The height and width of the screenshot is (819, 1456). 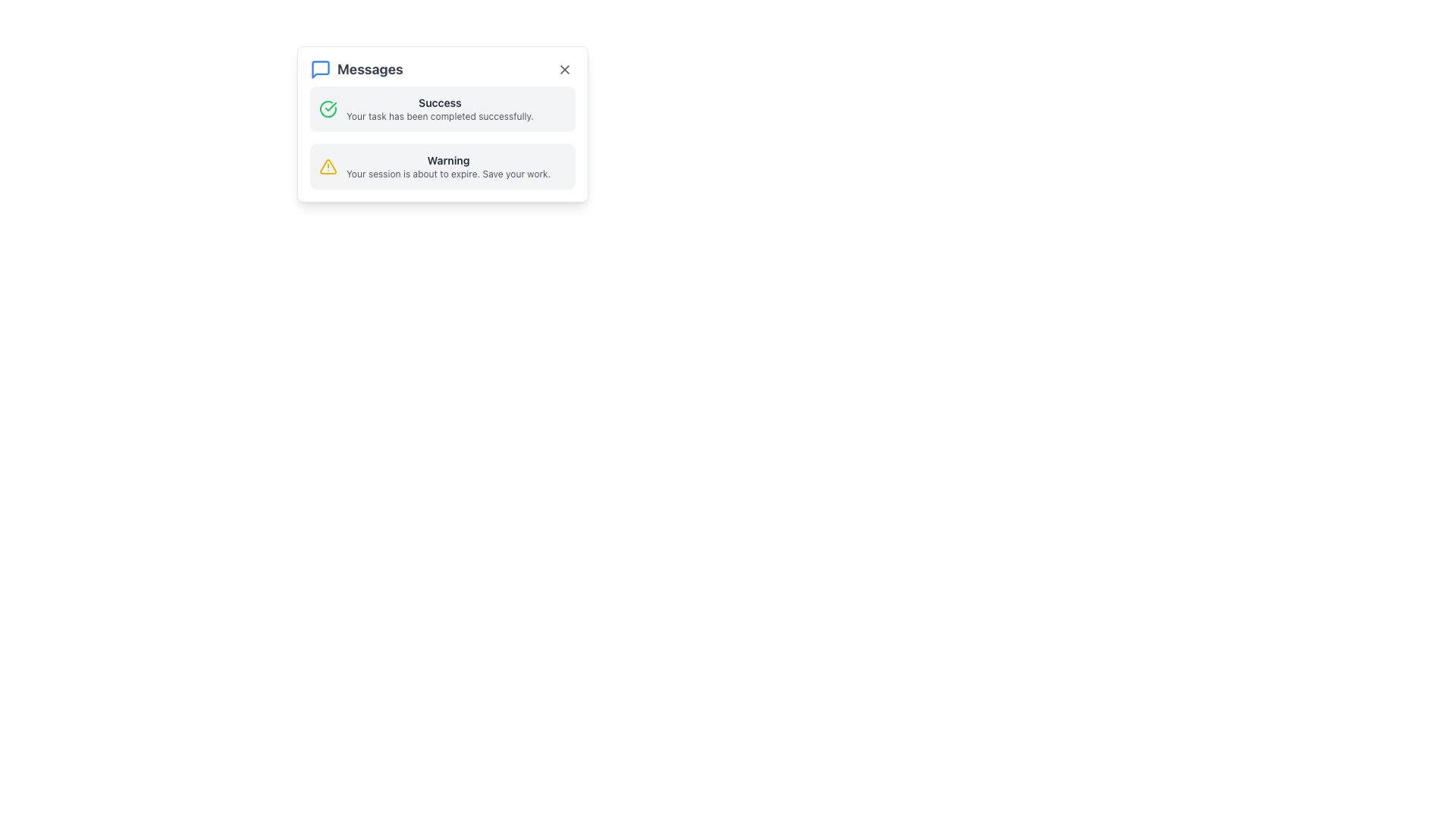 What do you see at coordinates (442, 108) in the screenshot?
I see `the first notification box with a green check mark that indicates success, which contains the message 'Your task has been completed successfully.'` at bounding box center [442, 108].